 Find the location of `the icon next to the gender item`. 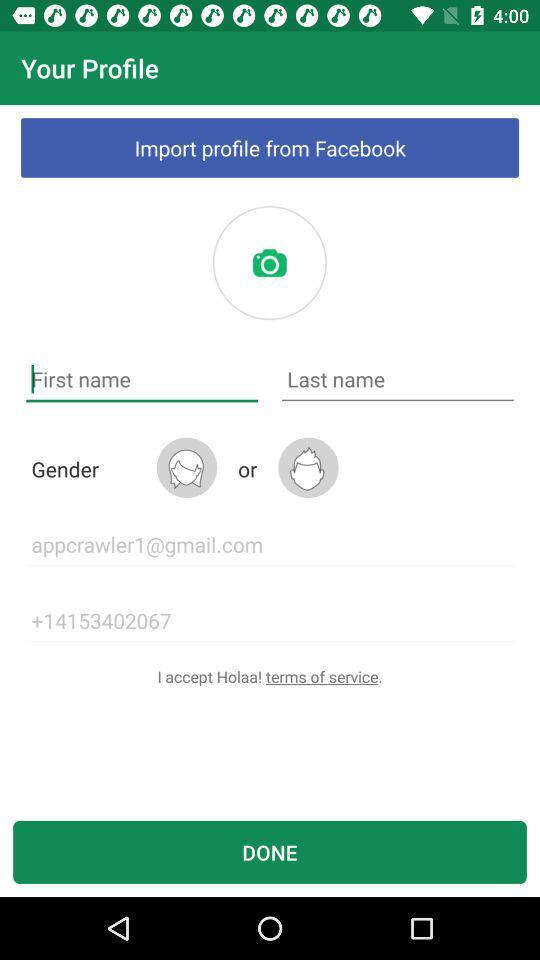

the icon next to the gender item is located at coordinates (186, 467).